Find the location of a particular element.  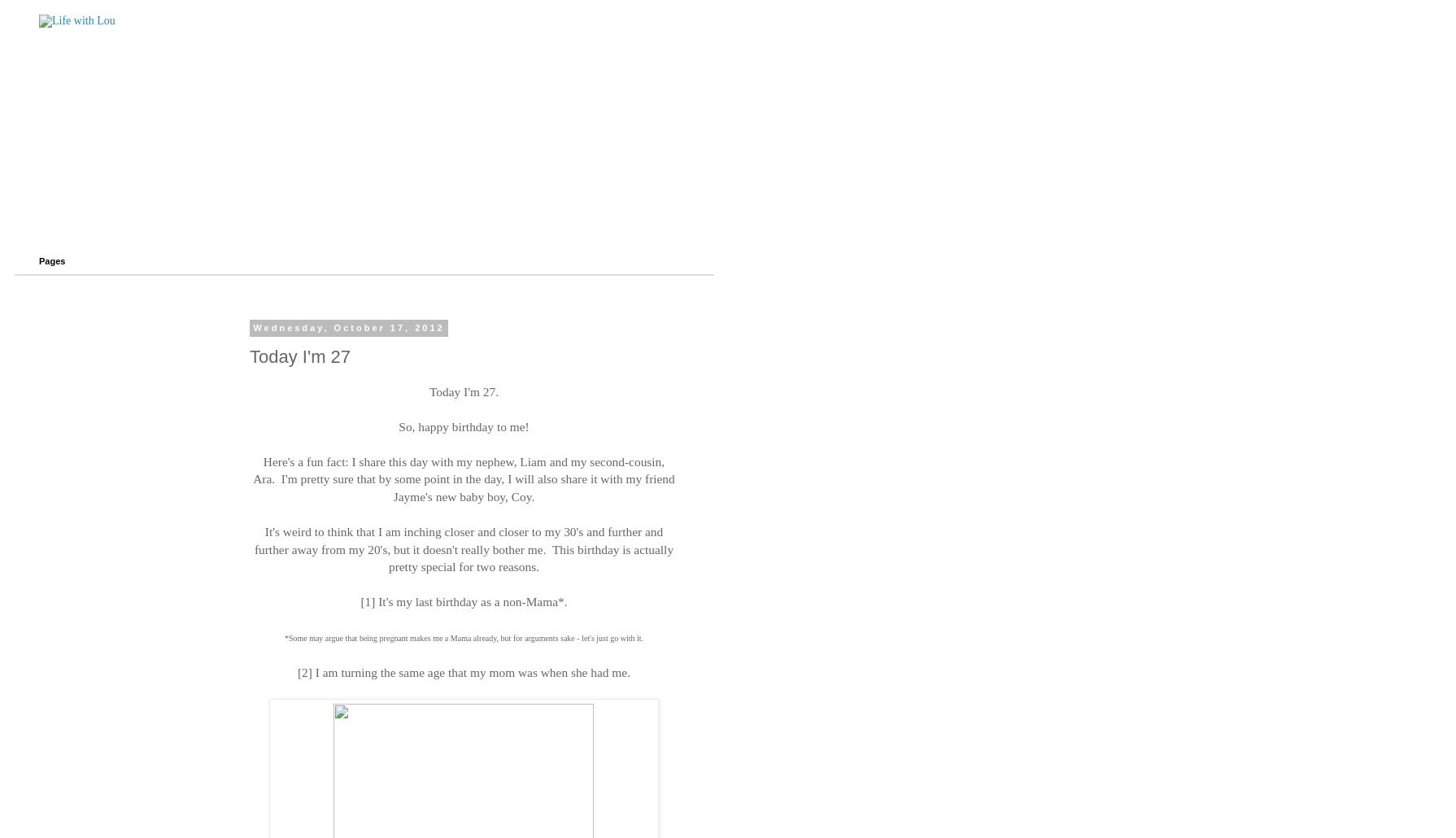

'*Some may argue that being pregnant makes me a Mama already, but for arguments sake - let's just go with it.' is located at coordinates (462, 637).